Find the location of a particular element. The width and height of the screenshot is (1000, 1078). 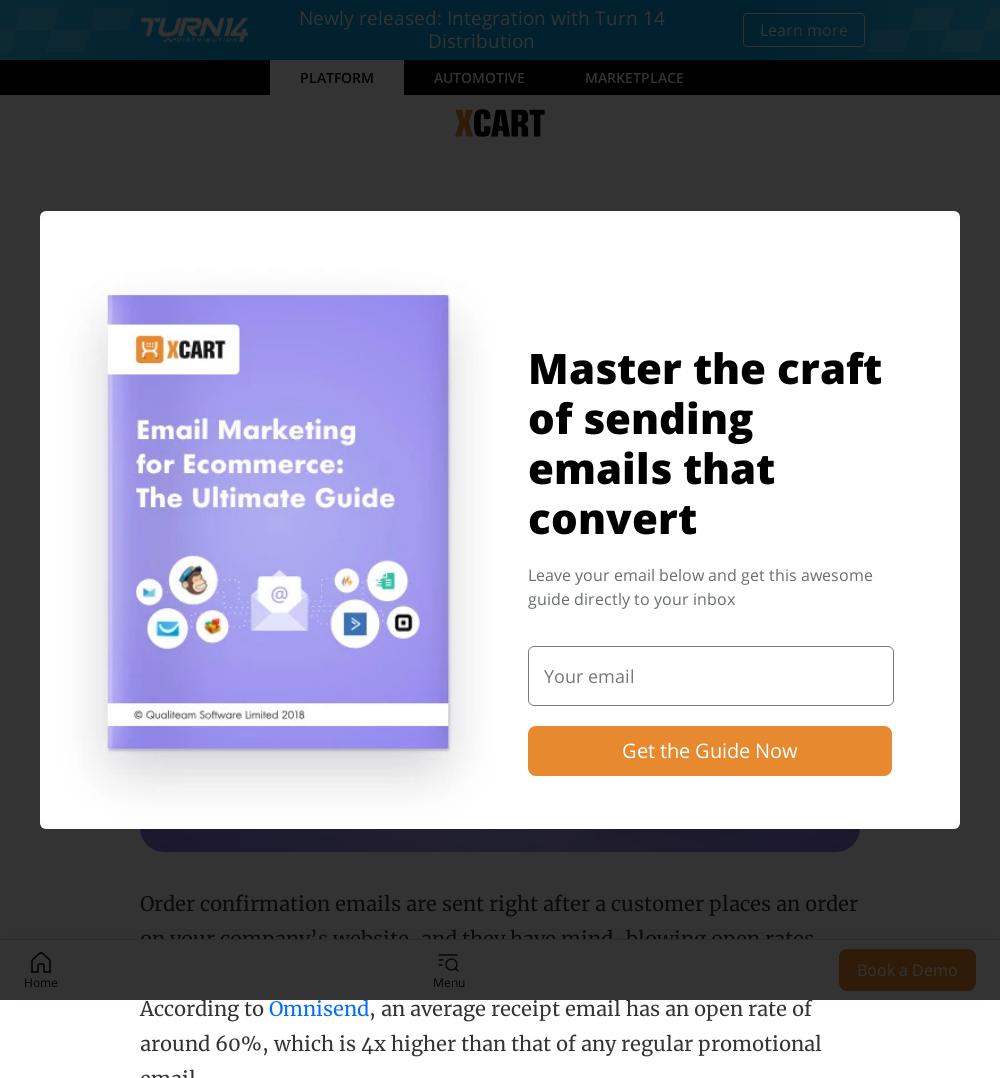

'Automotive' is located at coordinates (434, 76).